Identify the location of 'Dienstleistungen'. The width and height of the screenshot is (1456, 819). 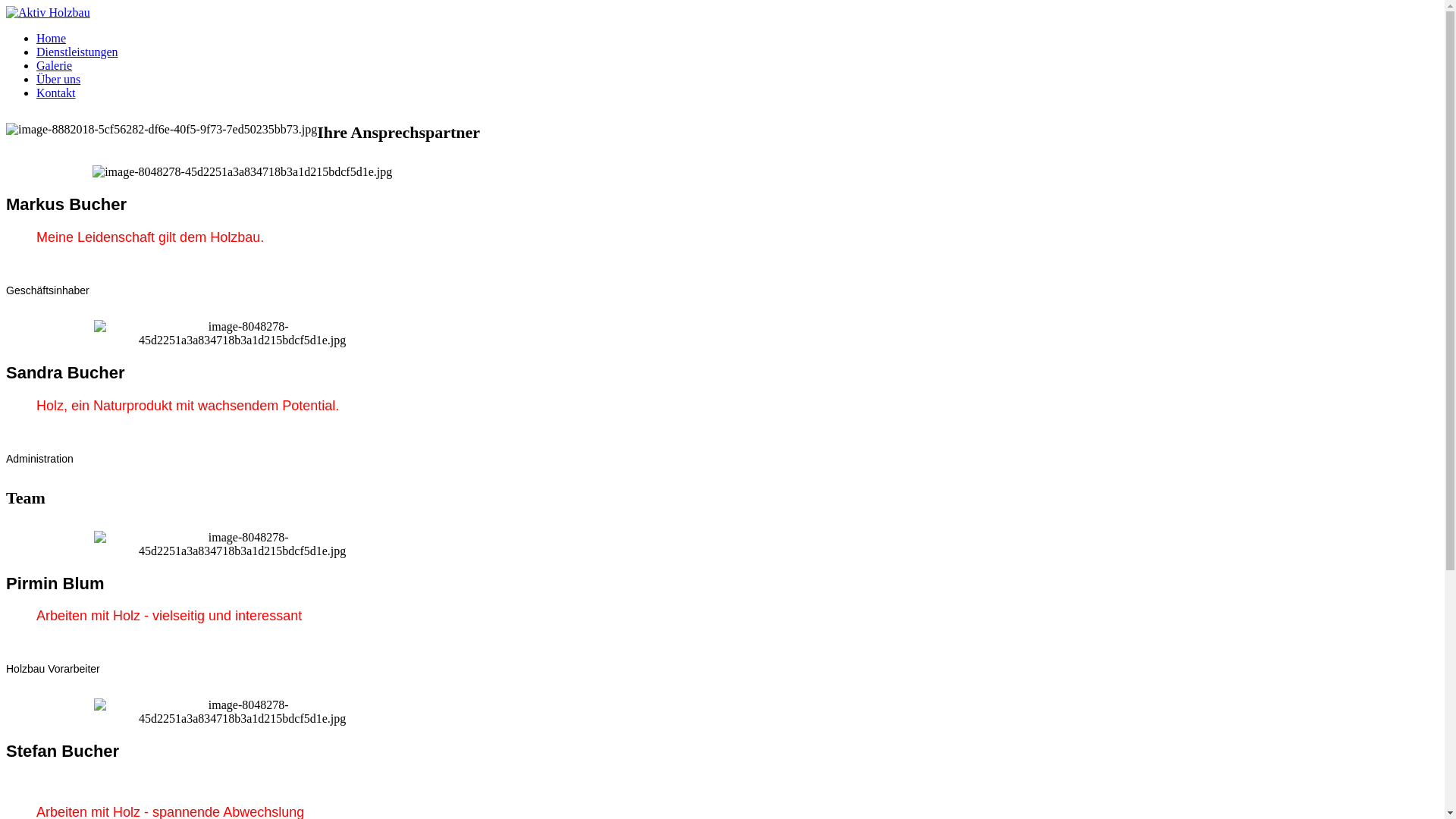
(76, 51).